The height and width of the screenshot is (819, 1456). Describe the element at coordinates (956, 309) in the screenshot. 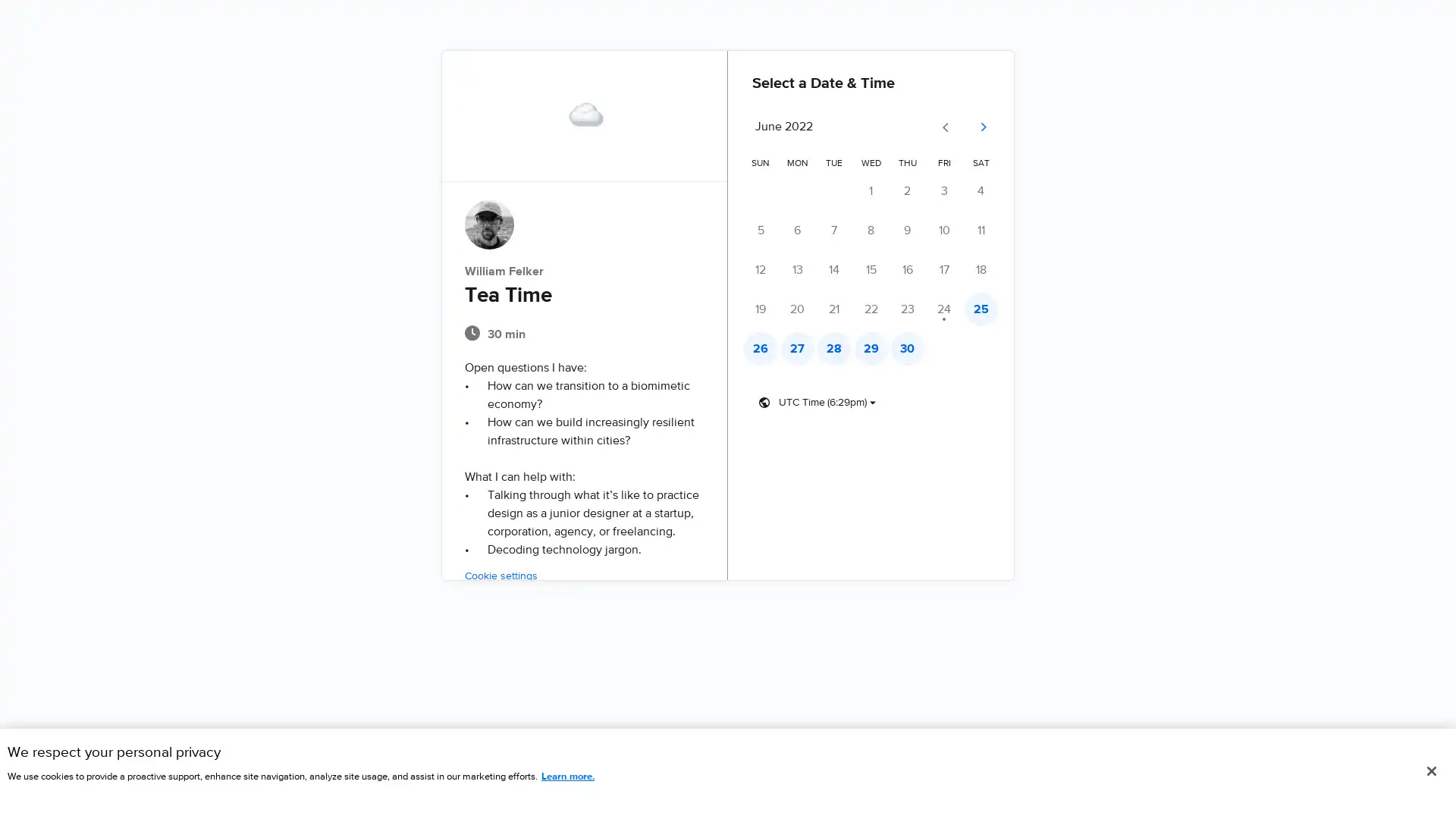

I see `Friday, June 24 - No times available` at that location.